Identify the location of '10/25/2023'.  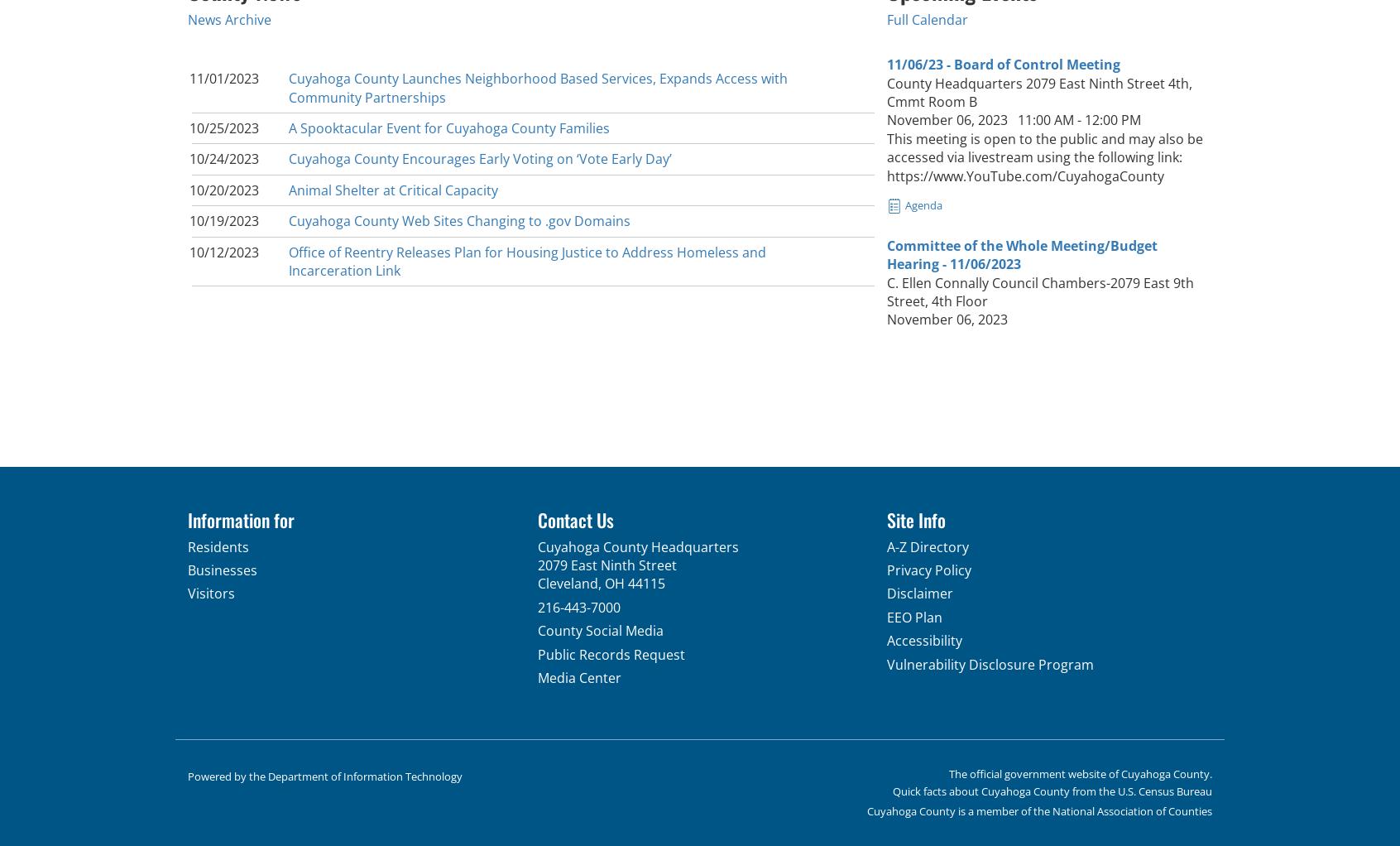
(189, 127).